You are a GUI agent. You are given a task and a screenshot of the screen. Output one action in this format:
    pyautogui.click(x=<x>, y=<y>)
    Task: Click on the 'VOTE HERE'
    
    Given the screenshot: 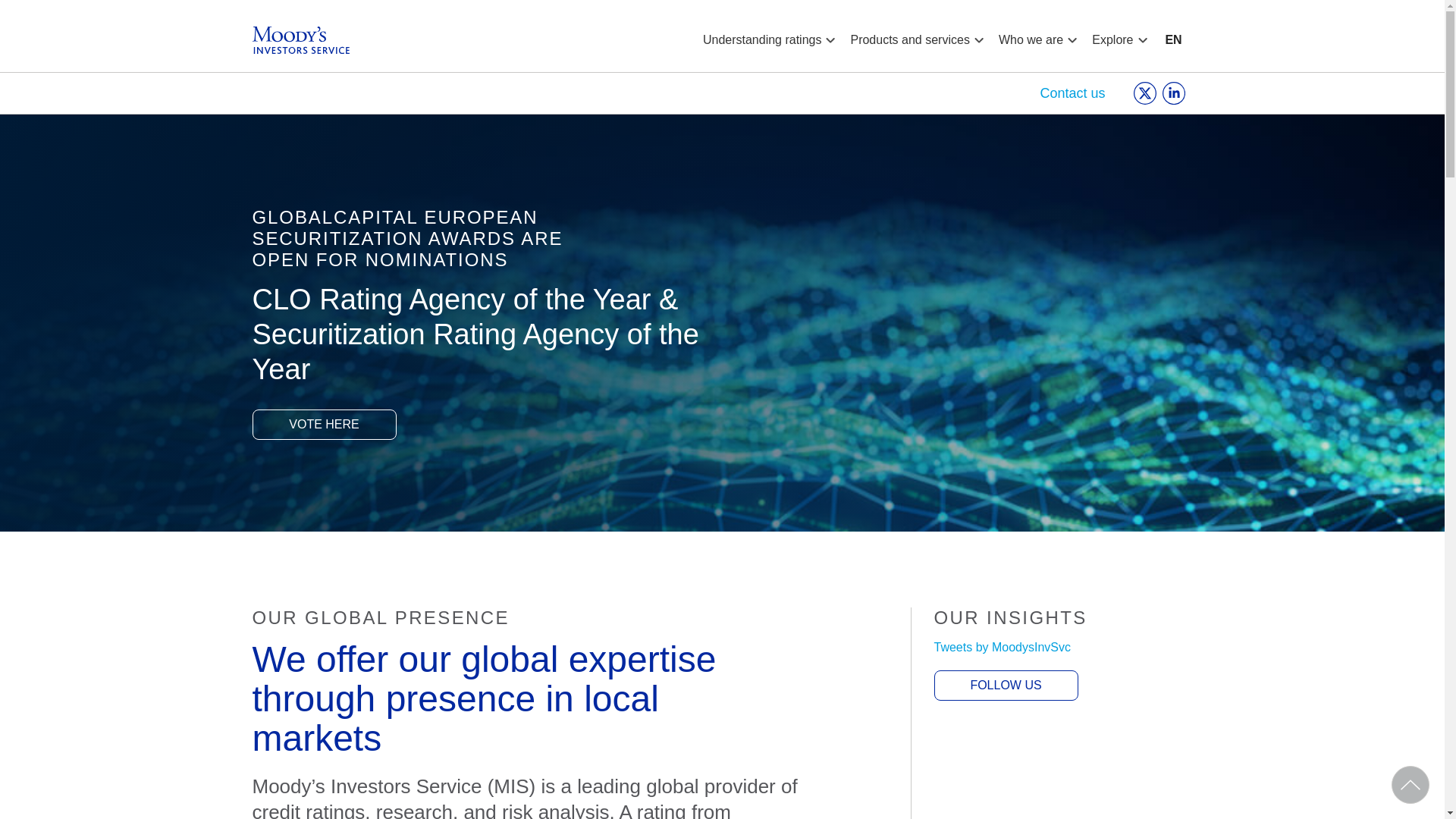 What is the action you would take?
    pyautogui.click(x=323, y=424)
    